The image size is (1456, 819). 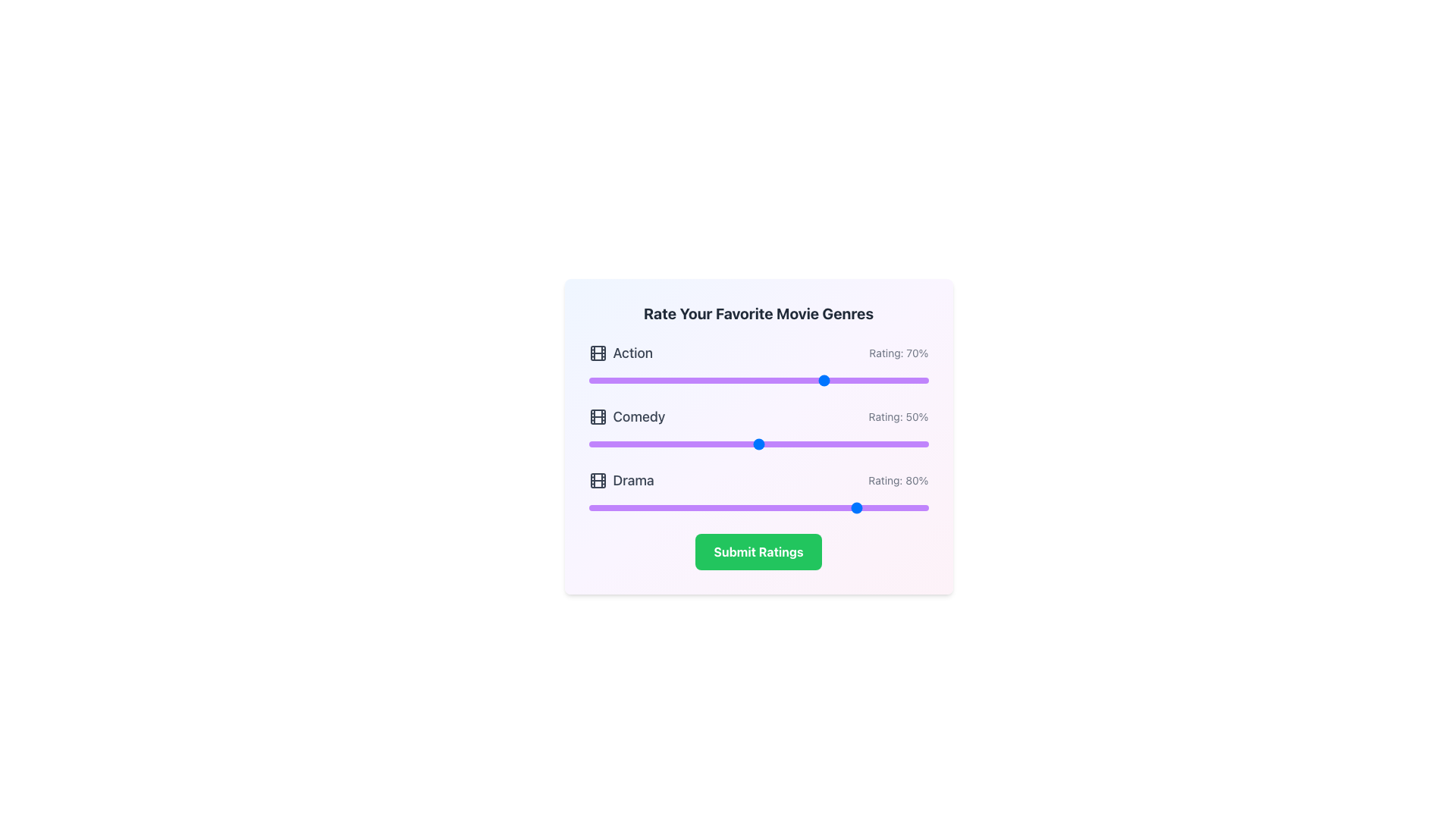 I want to click on the slider value, so click(x=689, y=508).